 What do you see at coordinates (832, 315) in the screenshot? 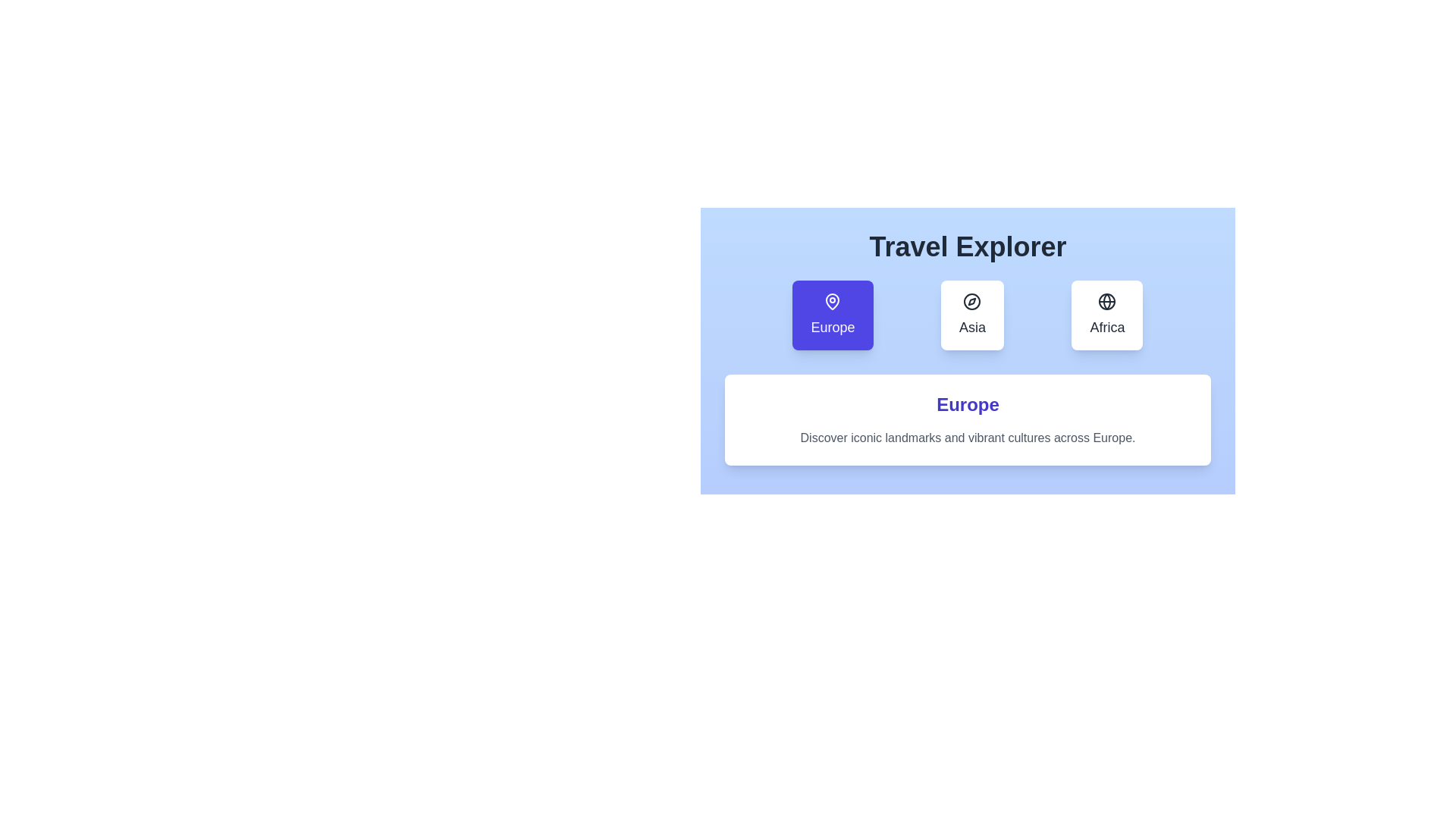
I see `the rectangular button with a purple background and white text reading 'Europe', which is located centrally below the header 'Travel Explorer' and is the first button among three adjacent buttons` at bounding box center [832, 315].